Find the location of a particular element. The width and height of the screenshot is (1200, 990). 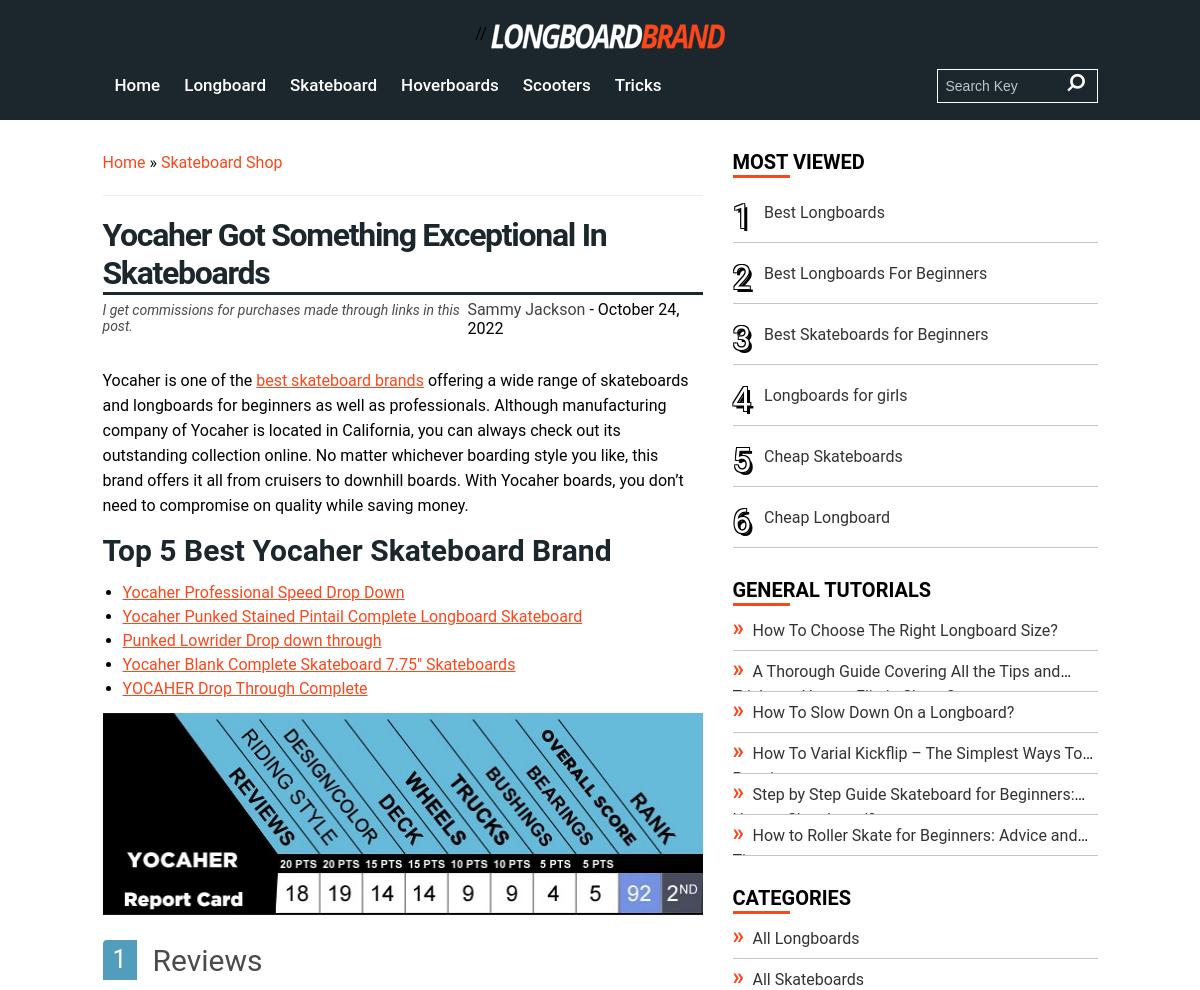

'Best Longboards' is located at coordinates (823, 211).